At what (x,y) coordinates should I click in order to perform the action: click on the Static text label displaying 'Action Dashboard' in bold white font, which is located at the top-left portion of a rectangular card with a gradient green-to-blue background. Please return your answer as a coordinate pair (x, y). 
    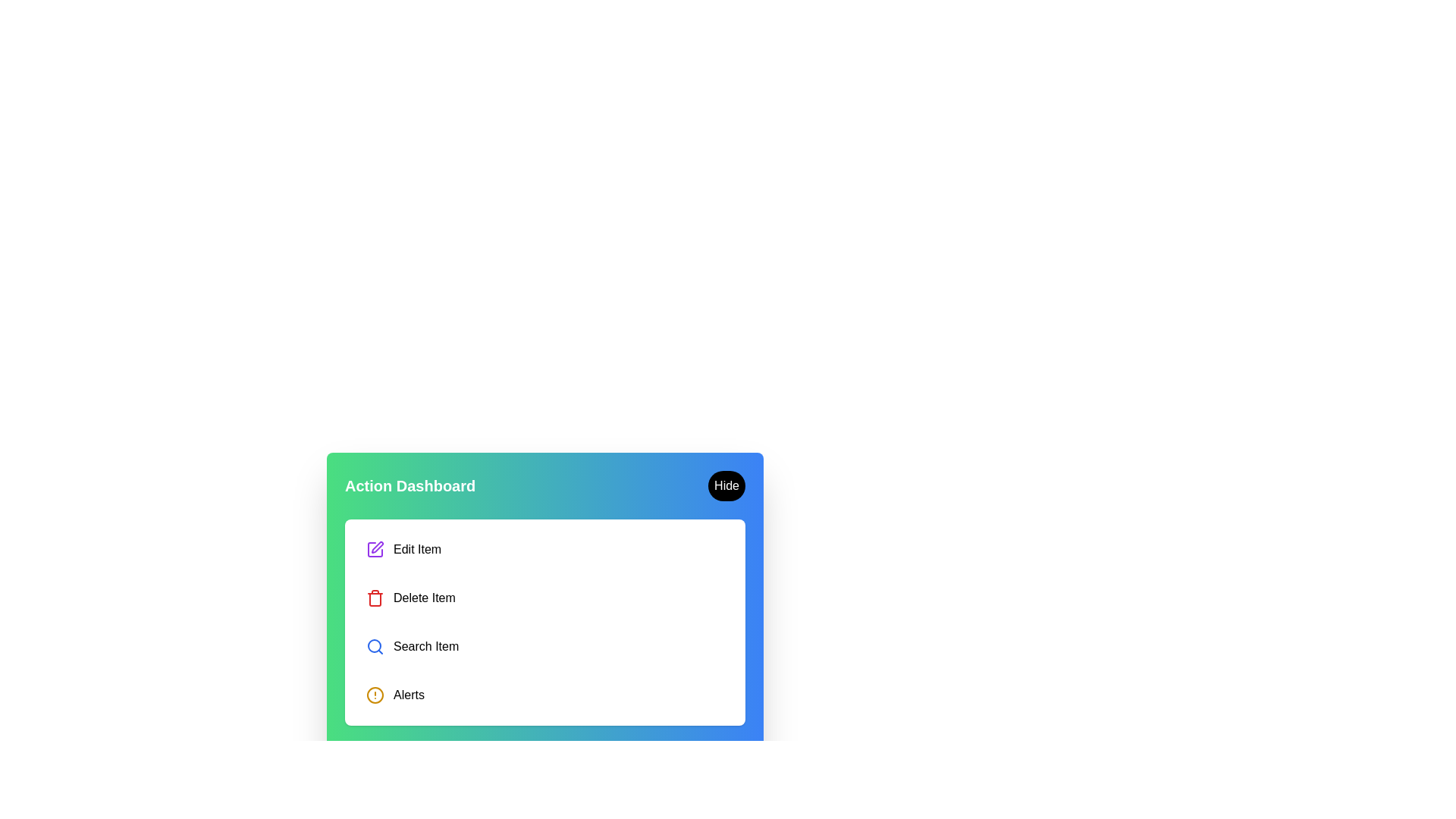
    Looking at the image, I should click on (410, 485).